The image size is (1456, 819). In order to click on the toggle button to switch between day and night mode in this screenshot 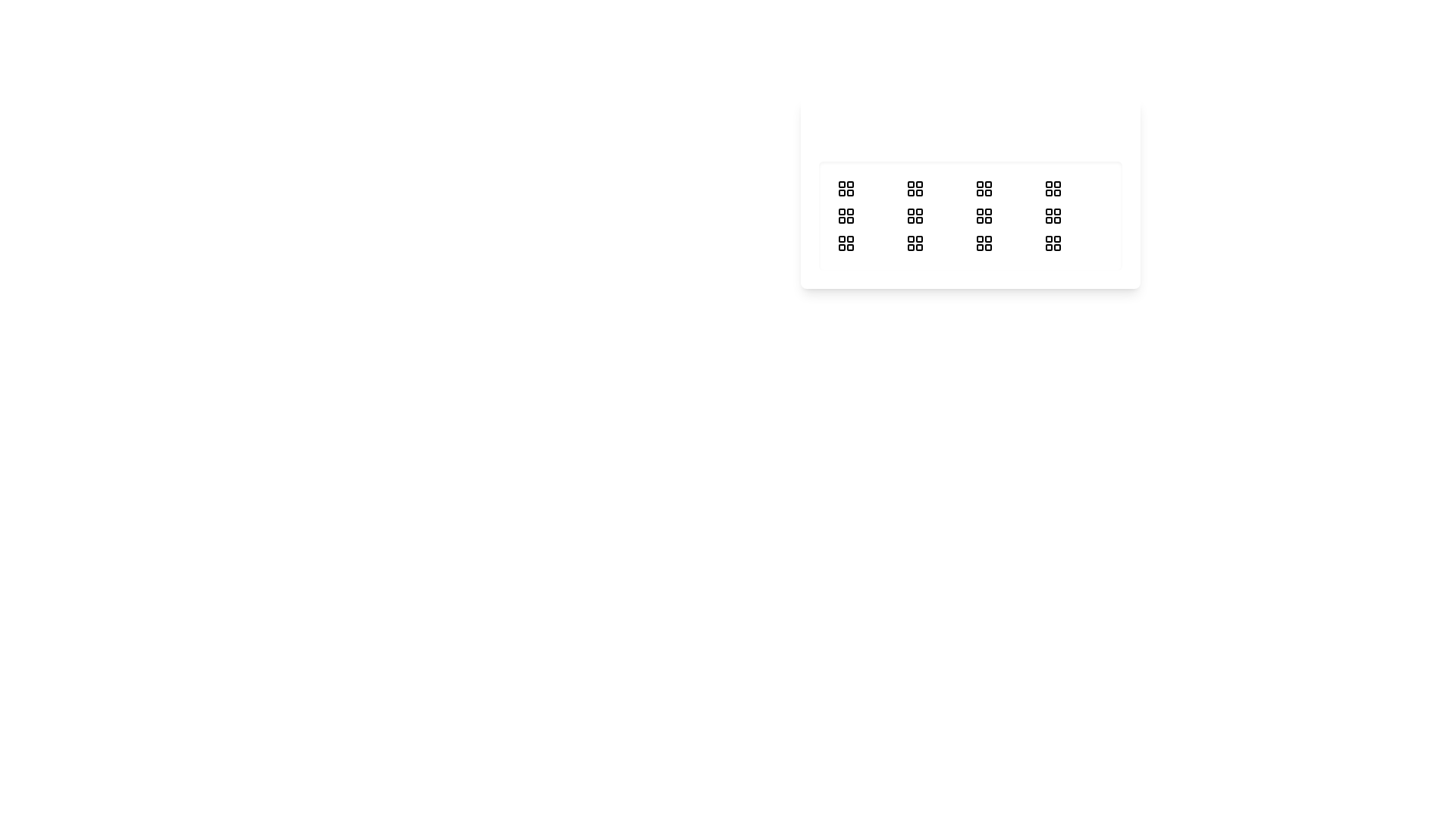, I will do `click(866, 130)`.